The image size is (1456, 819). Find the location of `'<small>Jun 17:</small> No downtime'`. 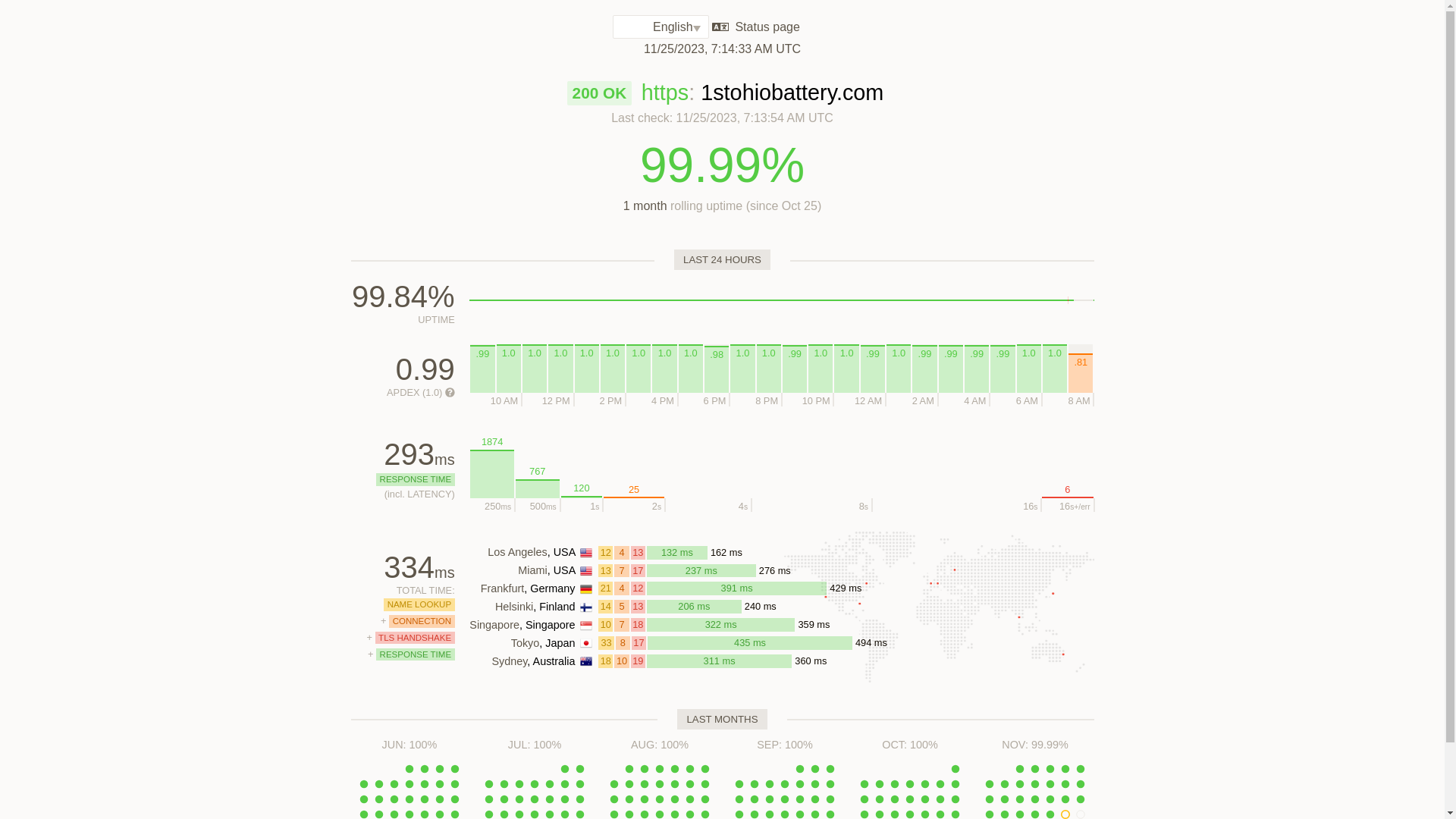

'<small>Jun 17:</small> No downtime' is located at coordinates (431, 798).